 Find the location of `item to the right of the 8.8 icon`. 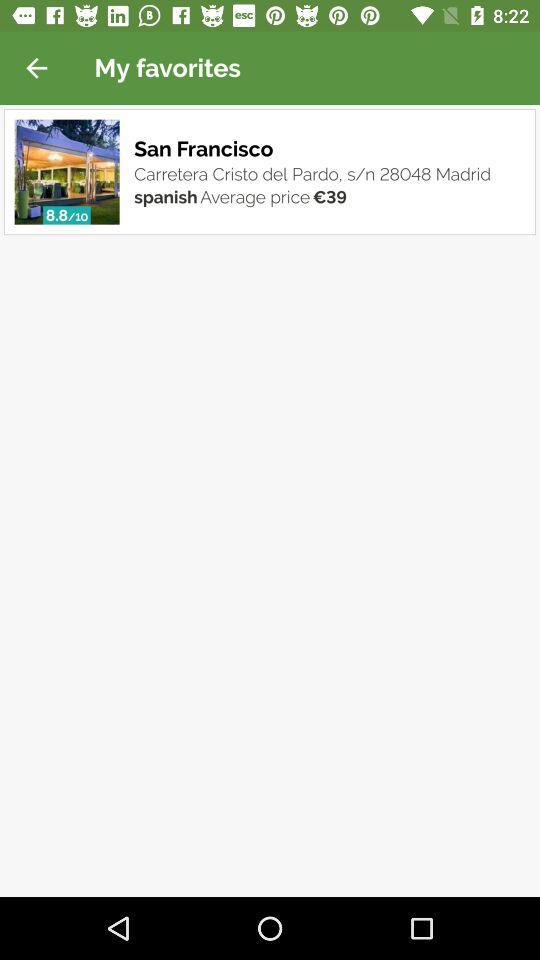

item to the right of the 8.8 icon is located at coordinates (76, 217).